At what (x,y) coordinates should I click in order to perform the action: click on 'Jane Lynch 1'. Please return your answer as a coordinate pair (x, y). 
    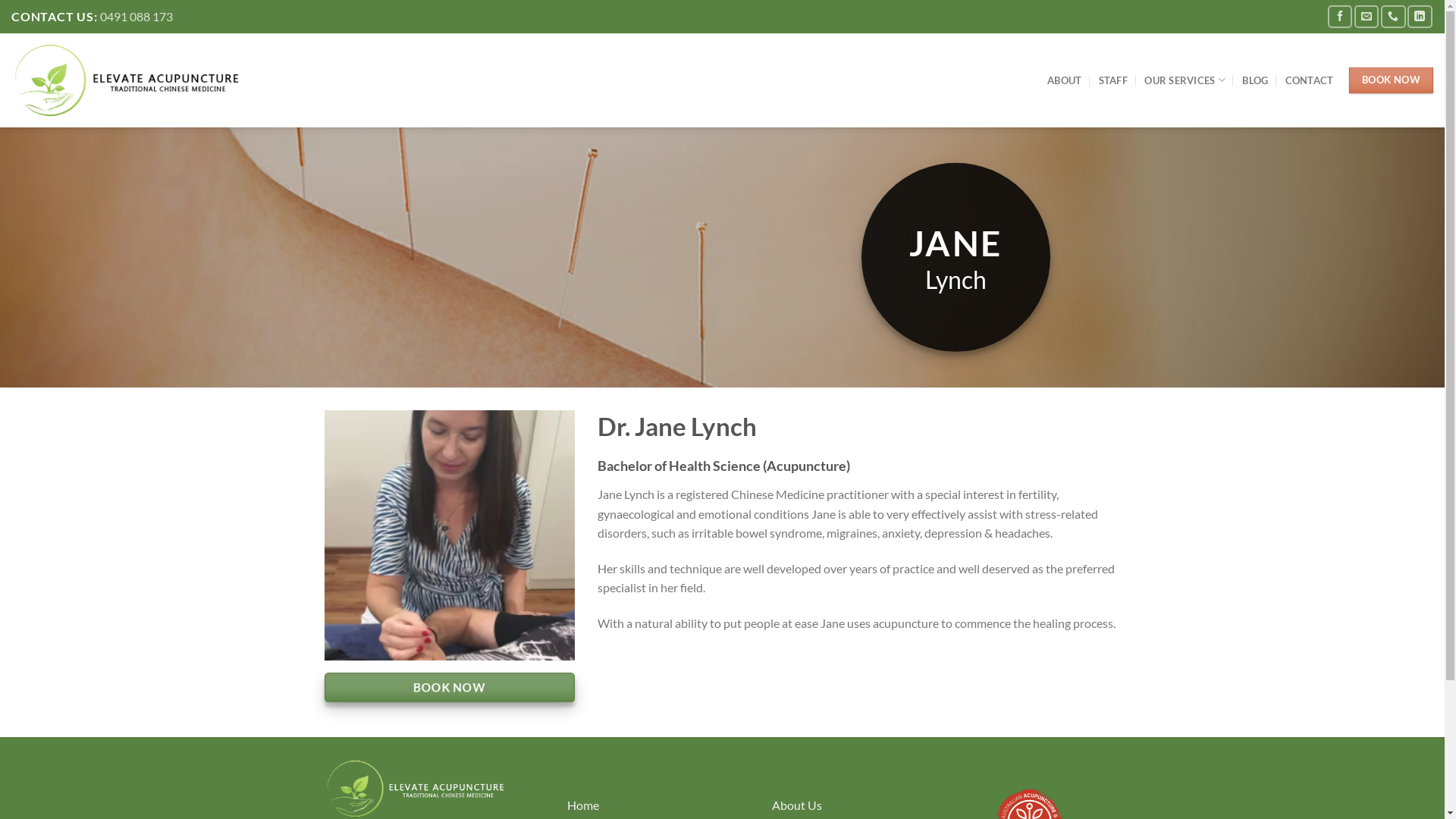
    Looking at the image, I should click on (449, 534).